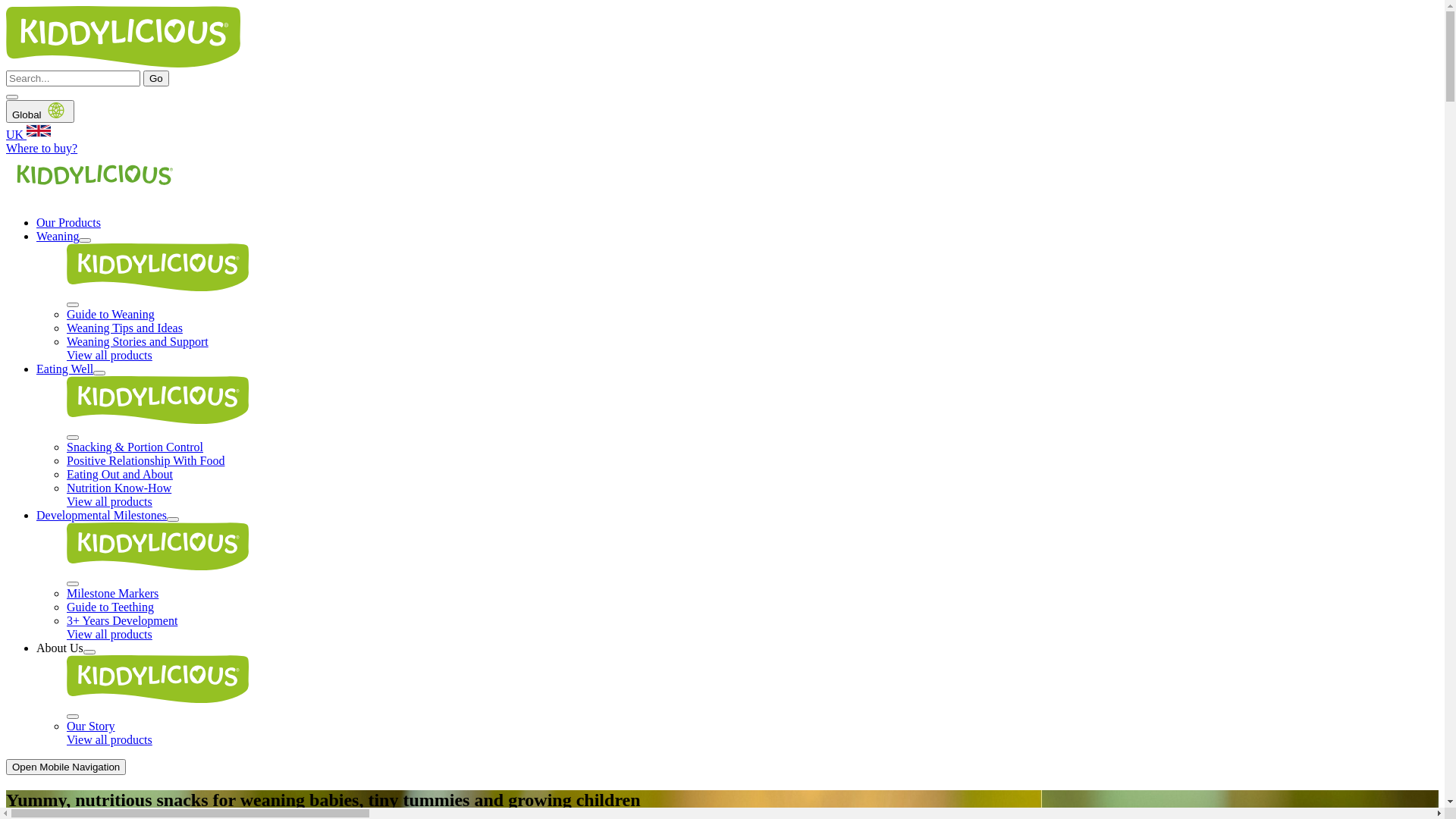 This screenshot has width=1456, height=819. I want to click on 'Global', so click(39, 110).